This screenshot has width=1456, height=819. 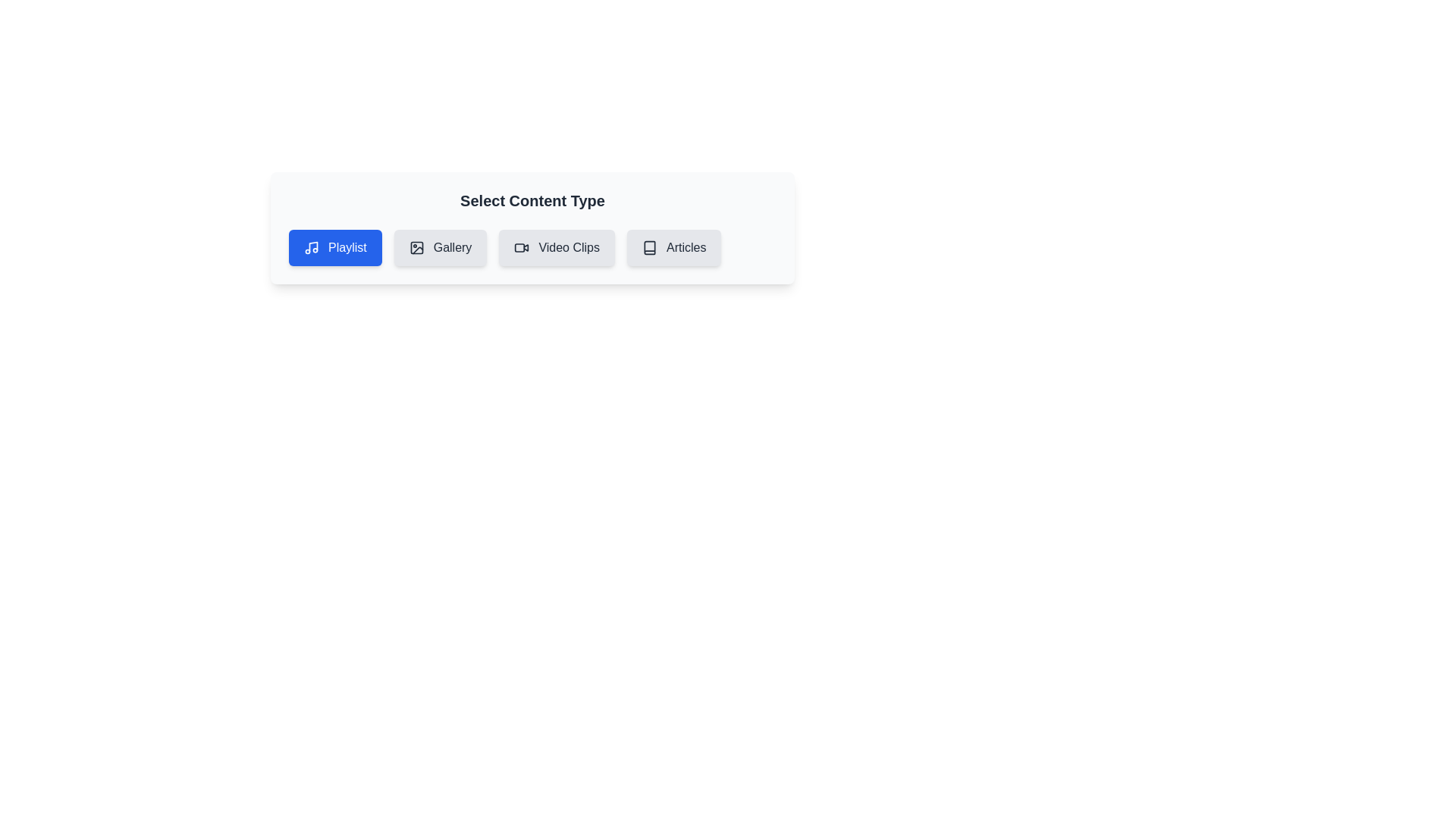 I want to click on the chip labeled 'Gallery' to observe its hover effect, so click(x=439, y=247).